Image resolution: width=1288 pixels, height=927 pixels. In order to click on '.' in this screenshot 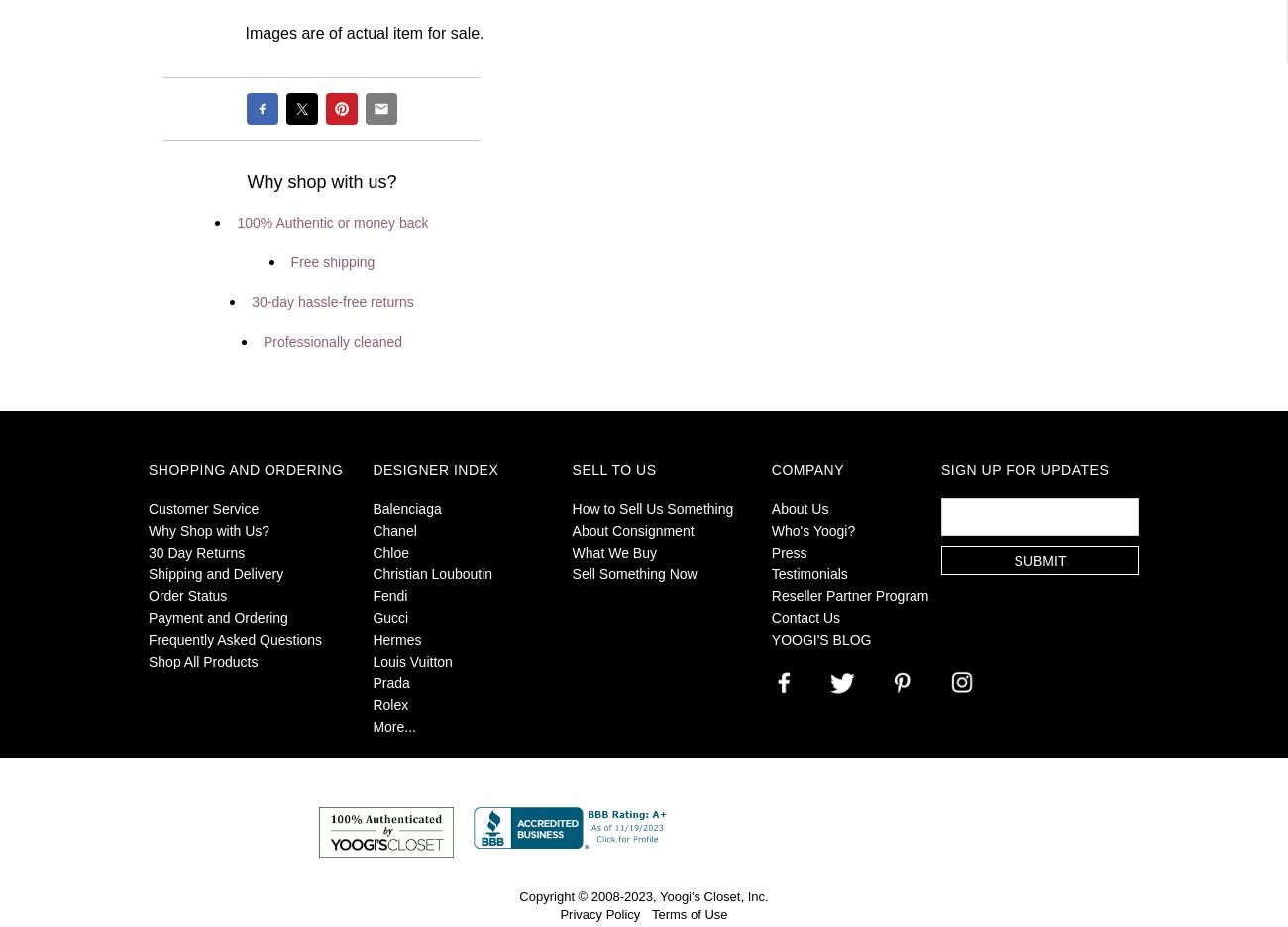, I will do `click(149, 442)`.